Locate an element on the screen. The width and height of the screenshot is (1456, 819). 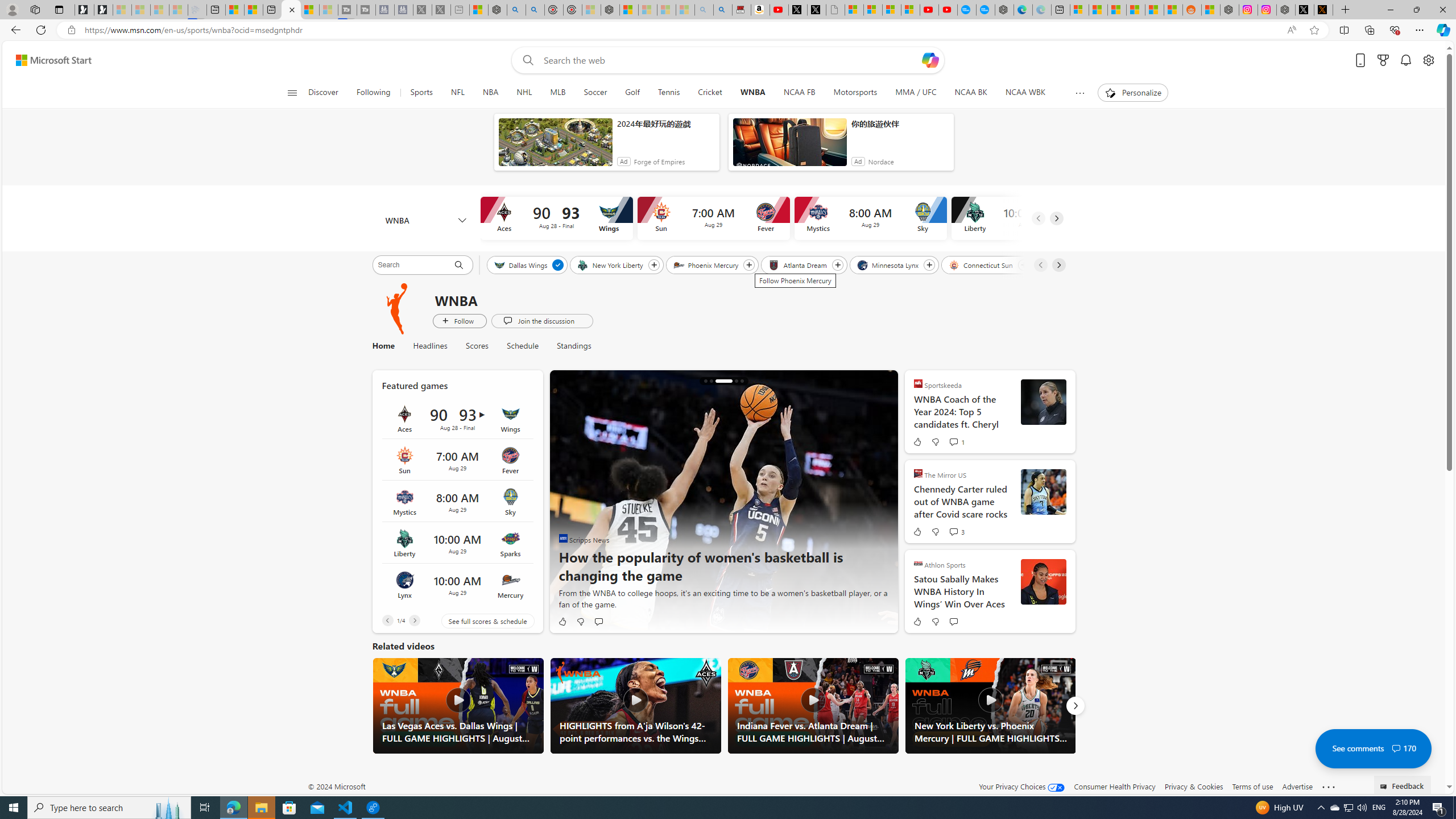
'New York Liberty' is located at coordinates (611, 264).